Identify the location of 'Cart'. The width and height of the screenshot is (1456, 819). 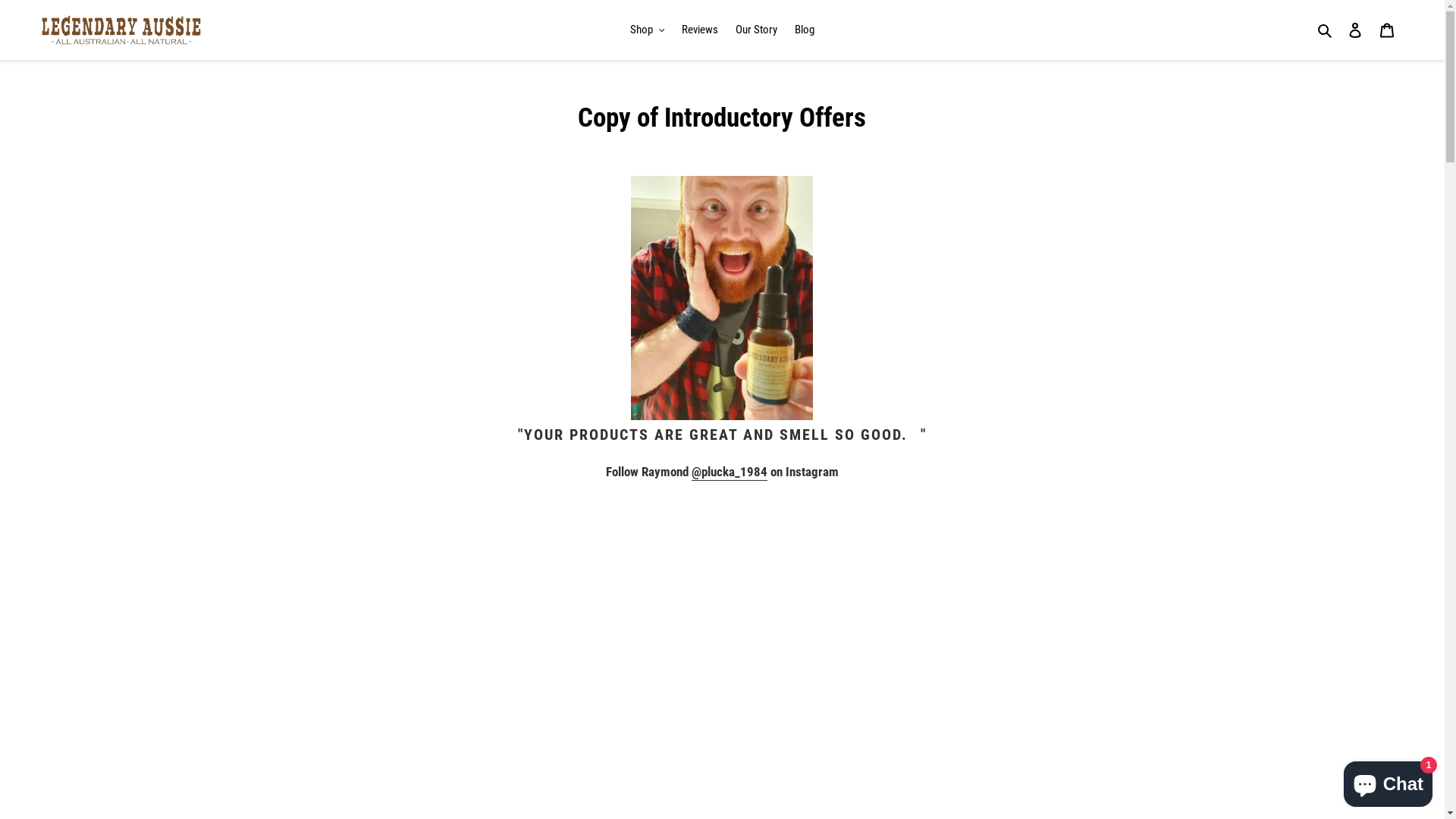
(1386, 30).